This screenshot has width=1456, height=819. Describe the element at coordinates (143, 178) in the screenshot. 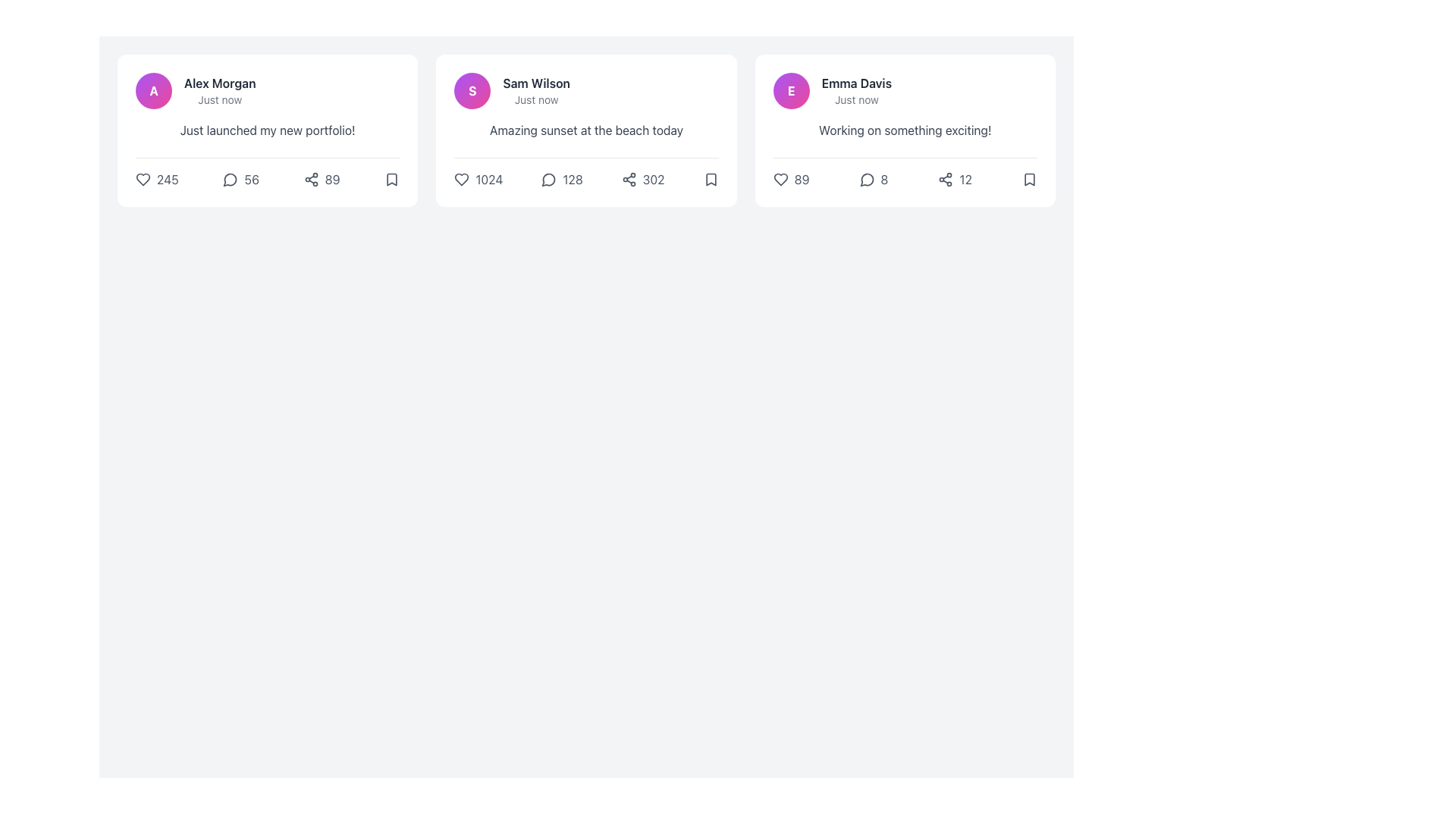

I see `the Heart icon located below the main content of the first post to like the post` at that location.